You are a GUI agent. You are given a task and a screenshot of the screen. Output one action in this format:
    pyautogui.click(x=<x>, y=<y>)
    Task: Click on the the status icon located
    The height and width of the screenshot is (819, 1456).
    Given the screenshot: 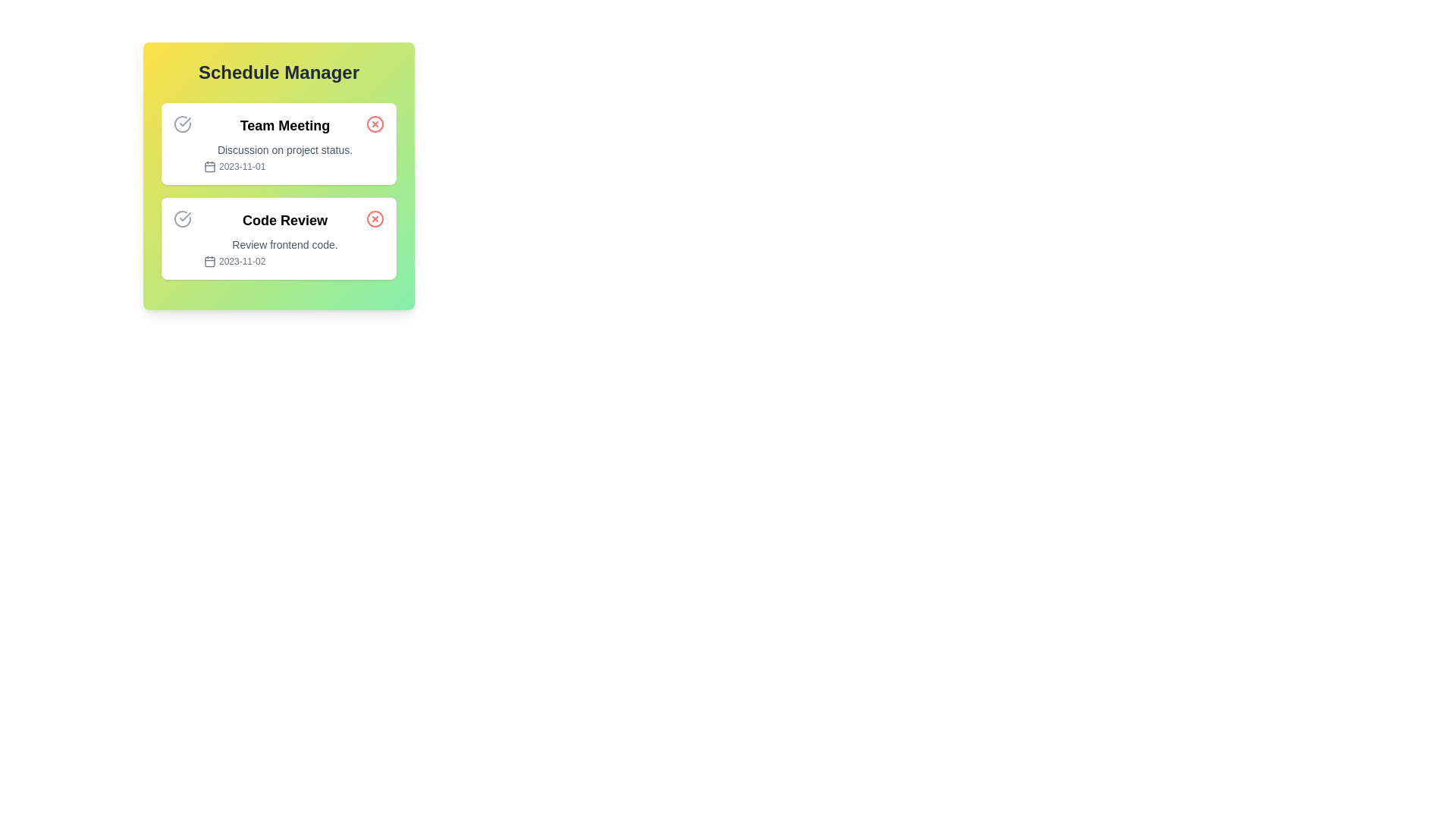 What is the action you would take?
    pyautogui.click(x=182, y=219)
    